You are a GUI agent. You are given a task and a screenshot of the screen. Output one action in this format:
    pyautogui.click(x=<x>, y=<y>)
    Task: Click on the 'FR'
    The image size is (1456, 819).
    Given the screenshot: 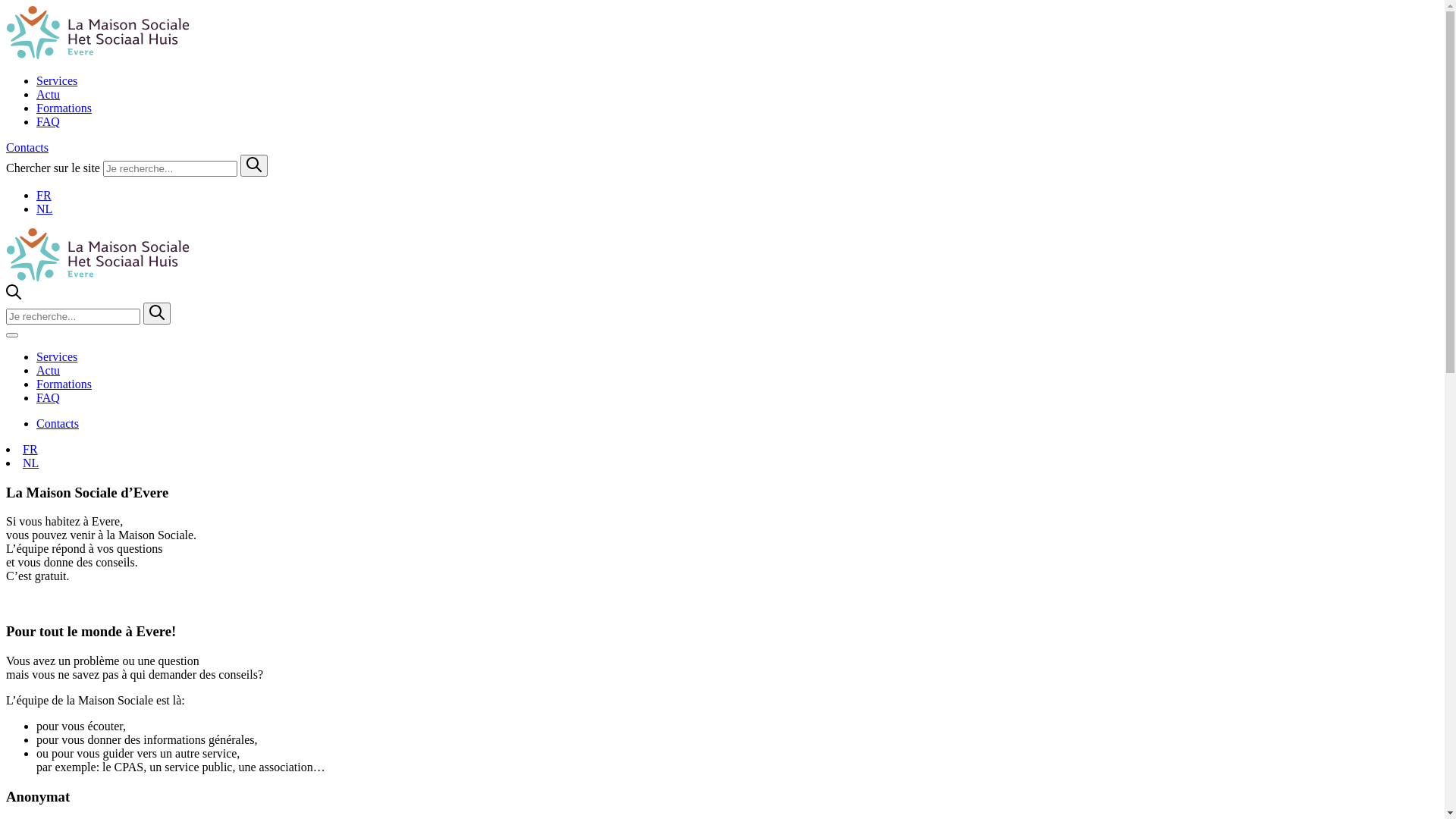 What is the action you would take?
    pyautogui.click(x=22, y=448)
    